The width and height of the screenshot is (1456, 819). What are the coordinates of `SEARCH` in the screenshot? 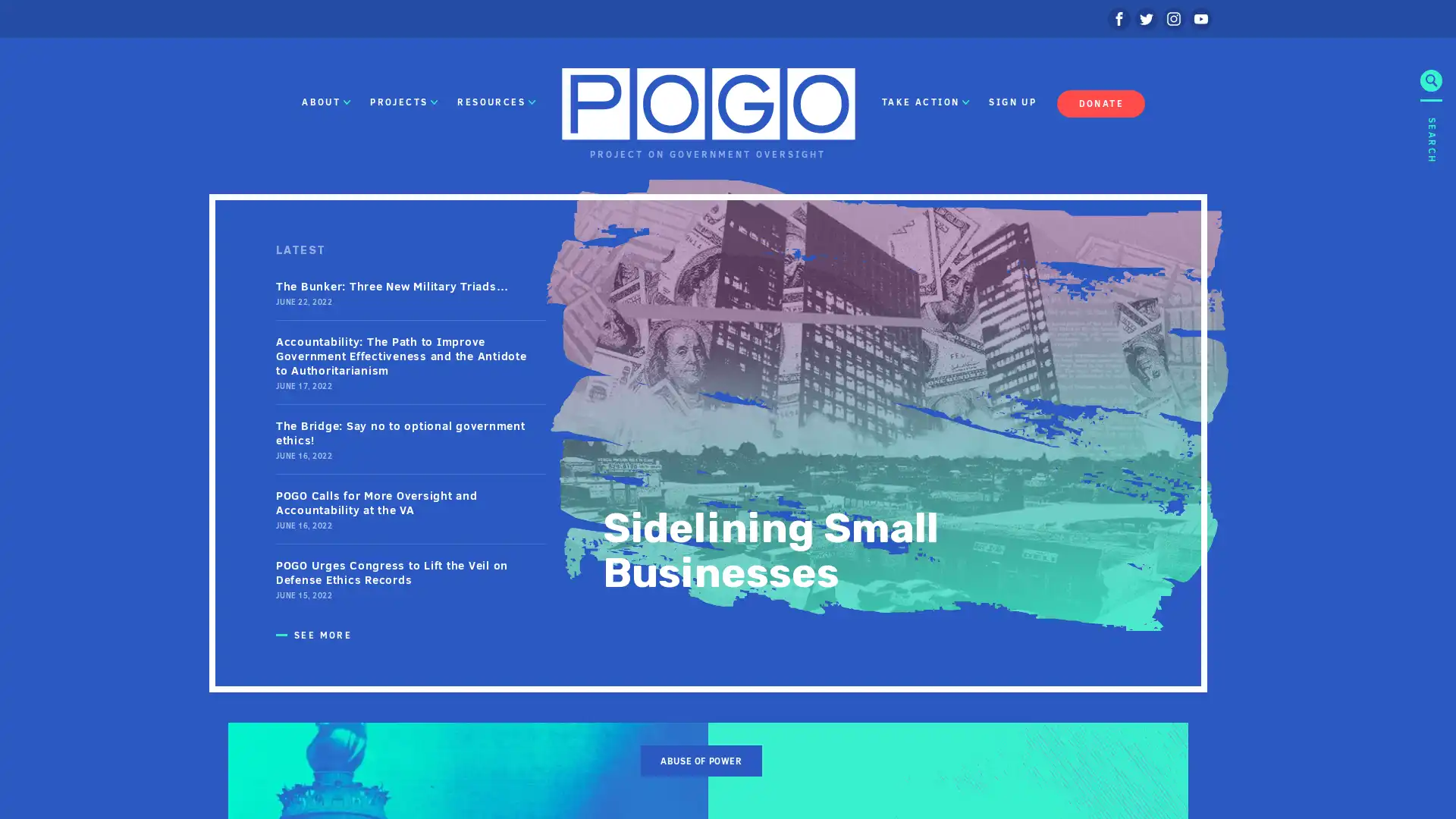 It's located at (1430, 247).